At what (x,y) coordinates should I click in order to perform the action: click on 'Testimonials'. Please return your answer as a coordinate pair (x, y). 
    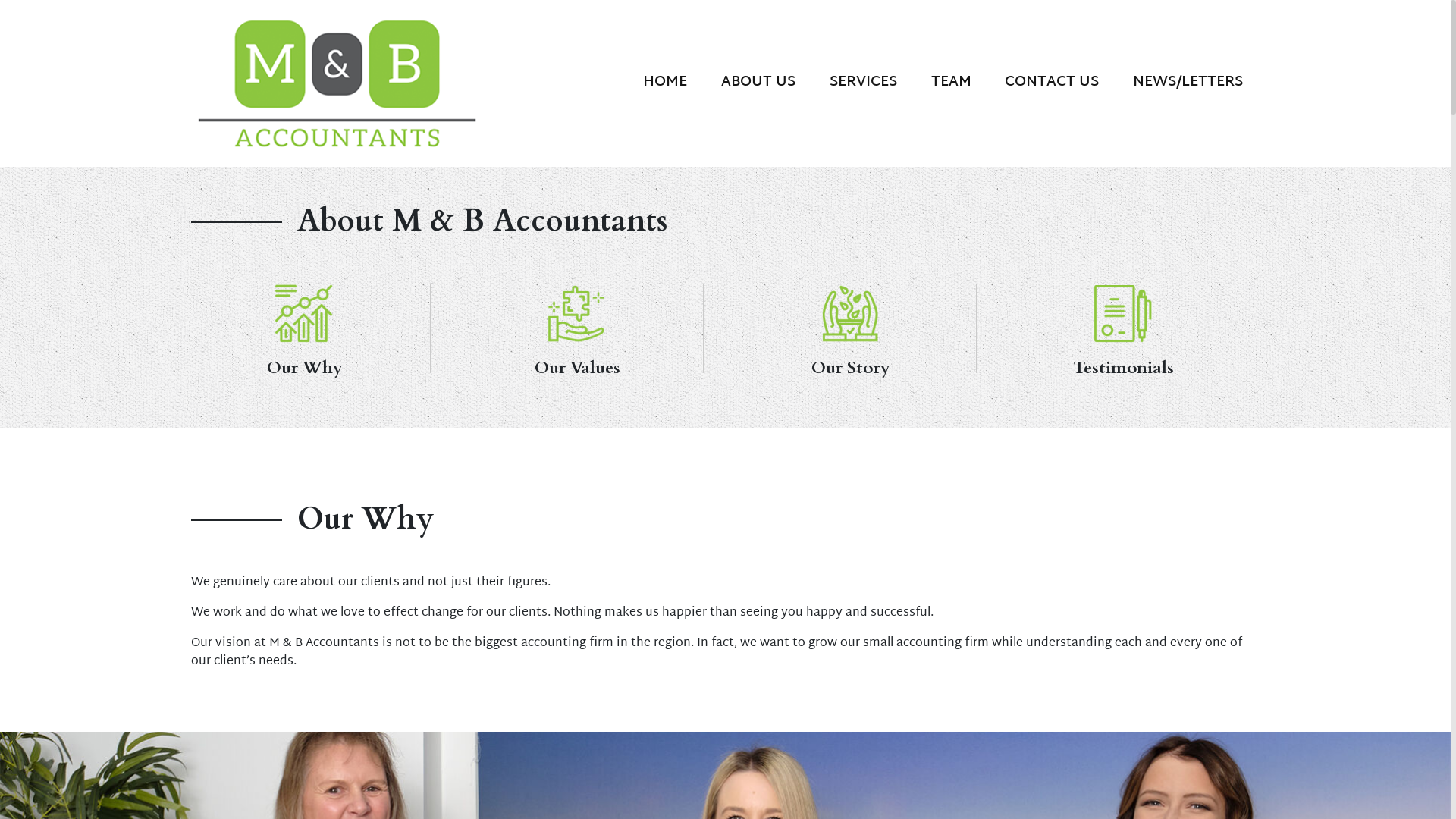
    Looking at the image, I should click on (1124, 312).